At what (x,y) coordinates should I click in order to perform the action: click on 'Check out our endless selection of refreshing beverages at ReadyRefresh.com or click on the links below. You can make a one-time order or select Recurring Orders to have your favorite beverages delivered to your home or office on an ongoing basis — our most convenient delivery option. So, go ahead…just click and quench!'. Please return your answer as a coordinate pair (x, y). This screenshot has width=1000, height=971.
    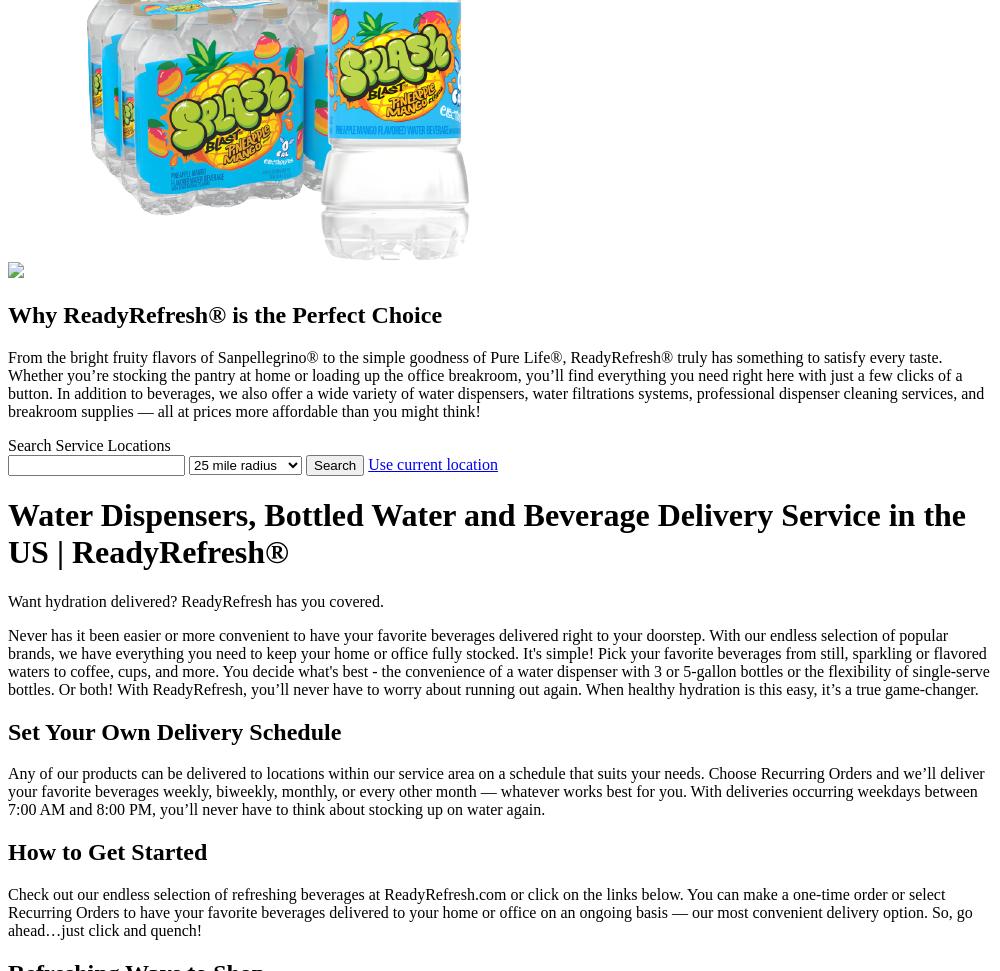
    Looking at the image, I should click on (489, 912).